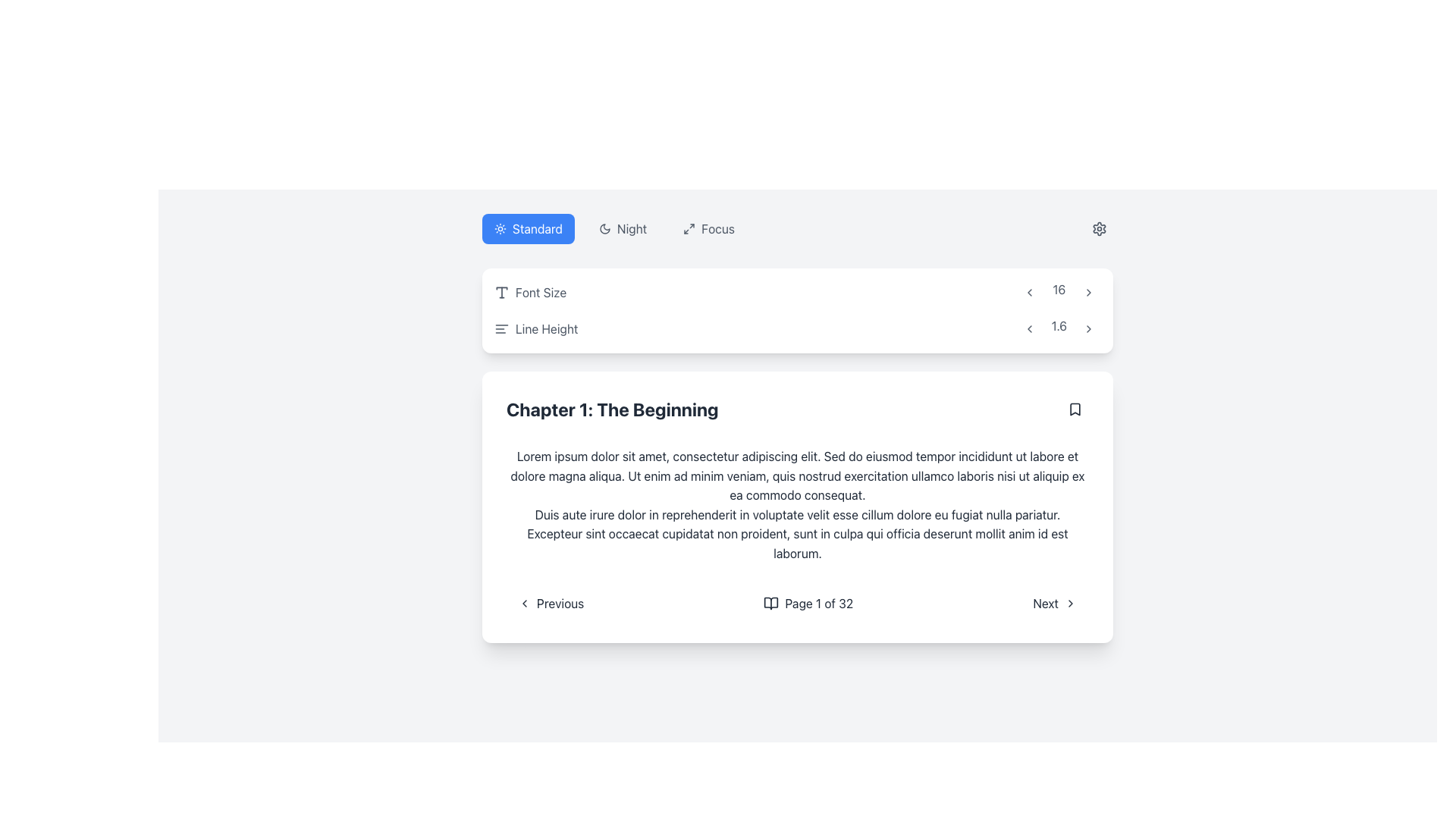 Image resolution: width=1456 pixels, height=819 pixels. I want to click on the icon representing the 'Night' theme toggle located in the top-center section of the interface, so click(604, 228).